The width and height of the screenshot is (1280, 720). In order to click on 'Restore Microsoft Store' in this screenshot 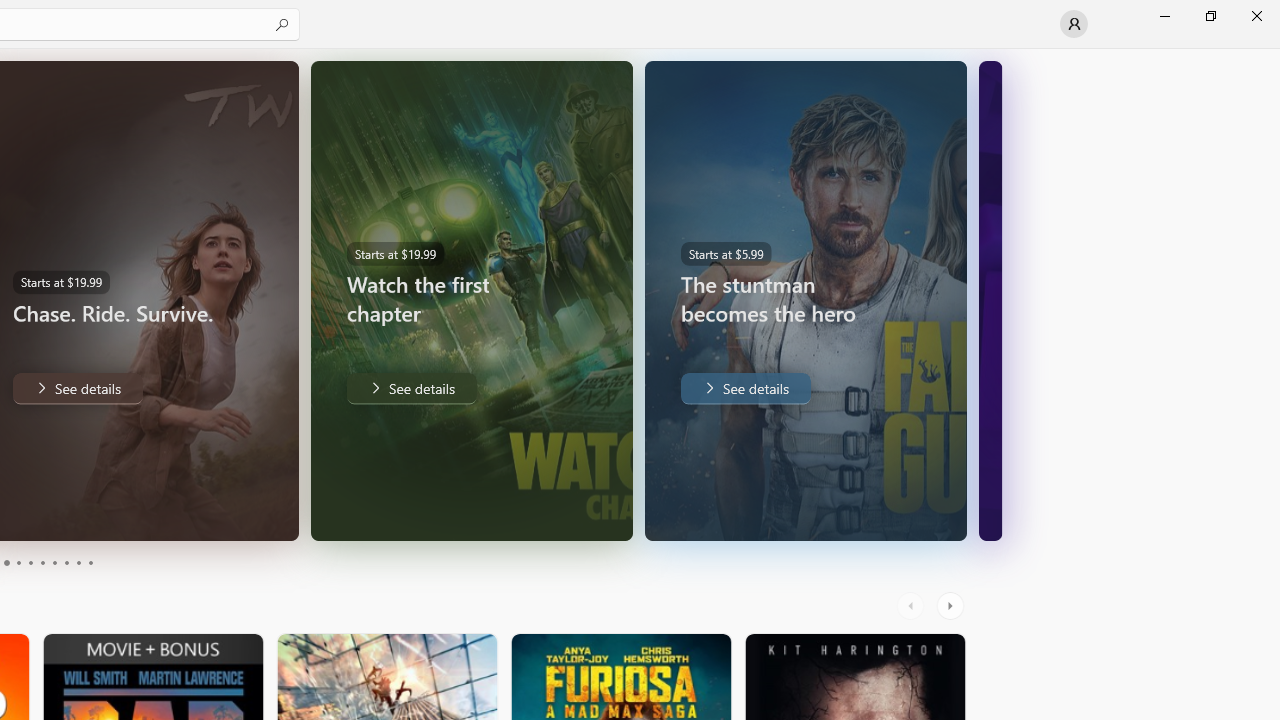, I will do `click(1209, 15)`.